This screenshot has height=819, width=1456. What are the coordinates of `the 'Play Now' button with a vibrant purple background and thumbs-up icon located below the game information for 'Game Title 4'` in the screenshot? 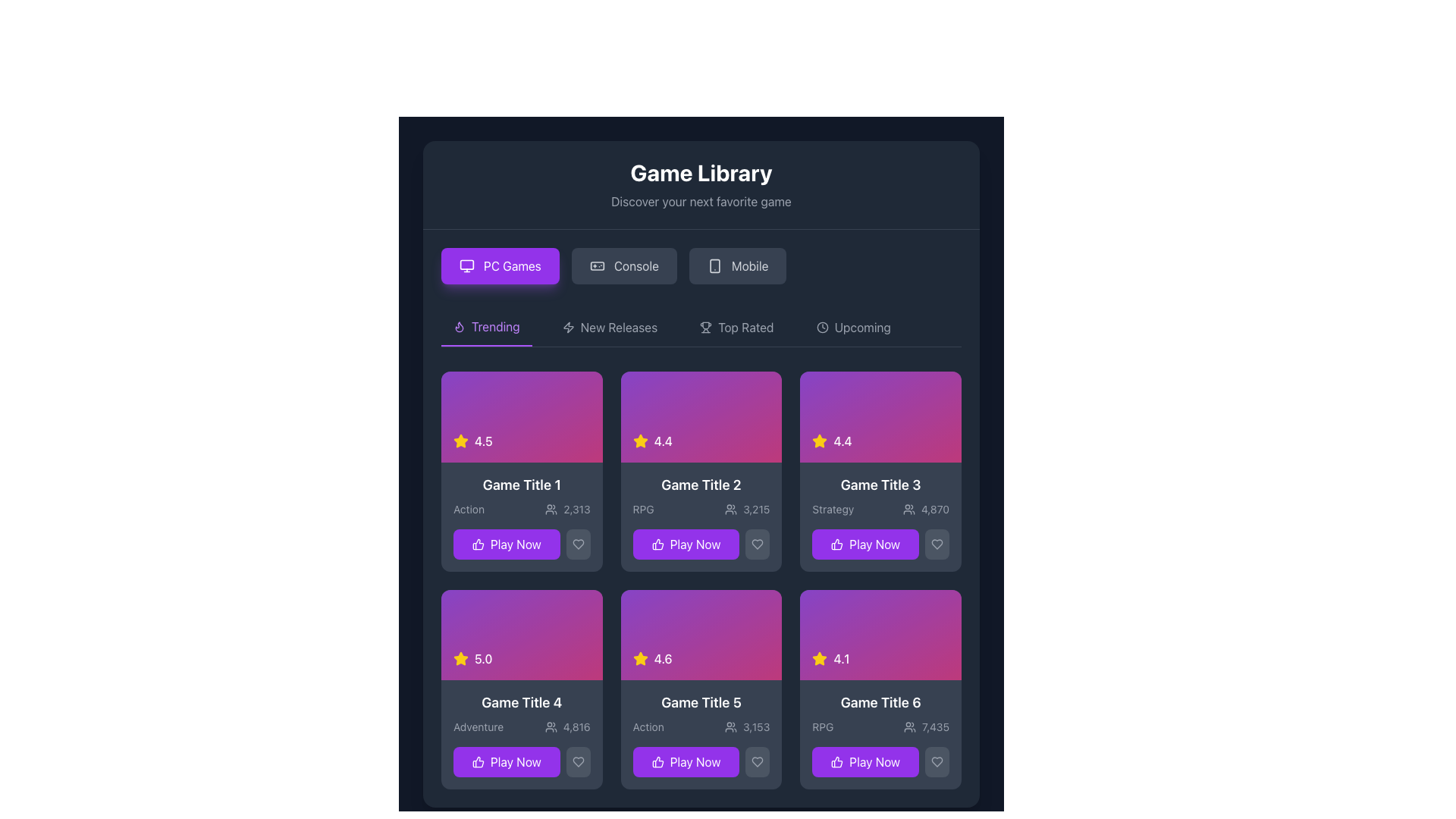 It's located at (522, 762).